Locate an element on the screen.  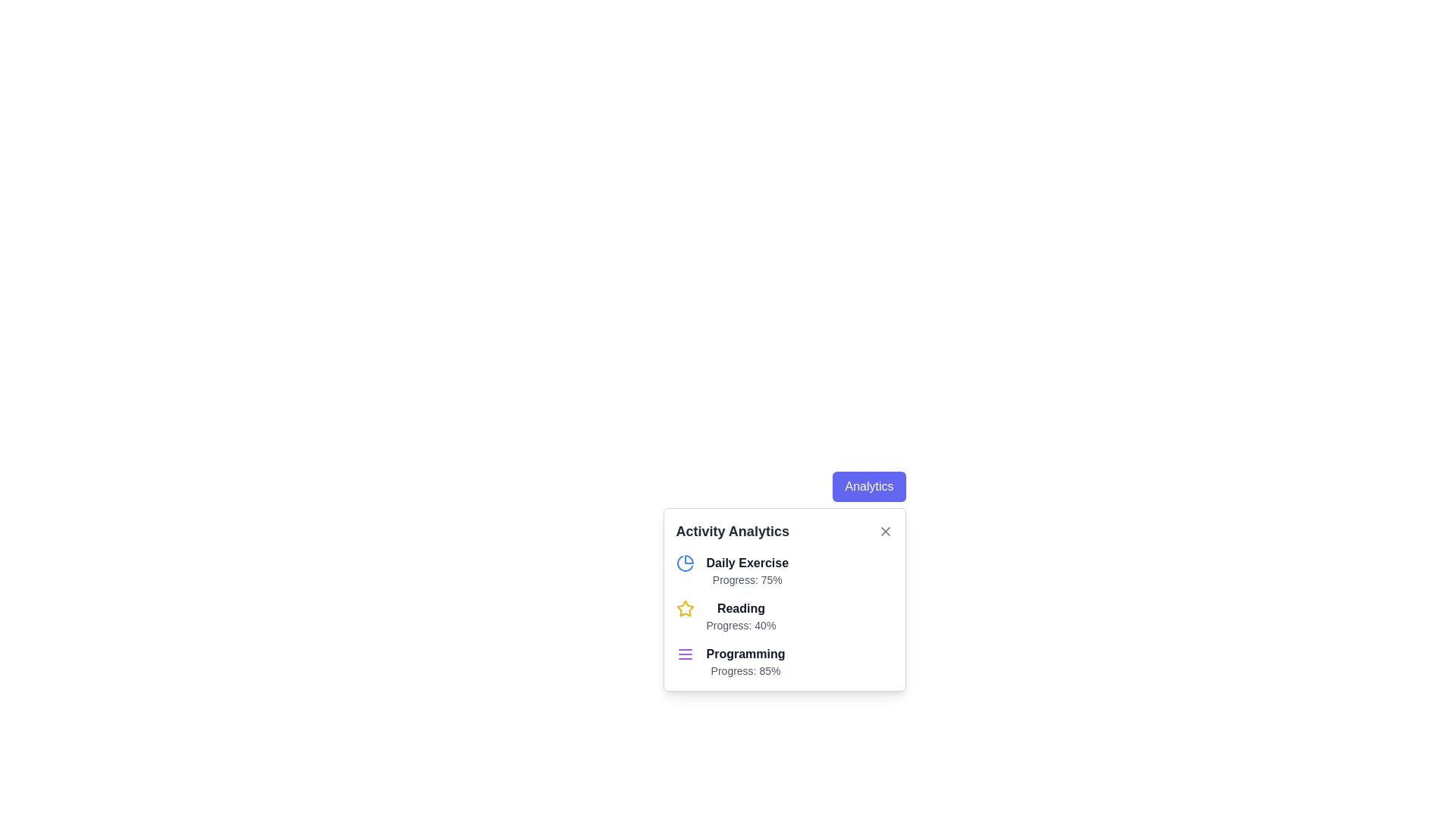
the 'Reading' text label, which is styled in bold dark gray and is part of the Activity Analytics popup, positioned between a star icon and the text 'Progress: 40%' is located at coordinates (741, 607).